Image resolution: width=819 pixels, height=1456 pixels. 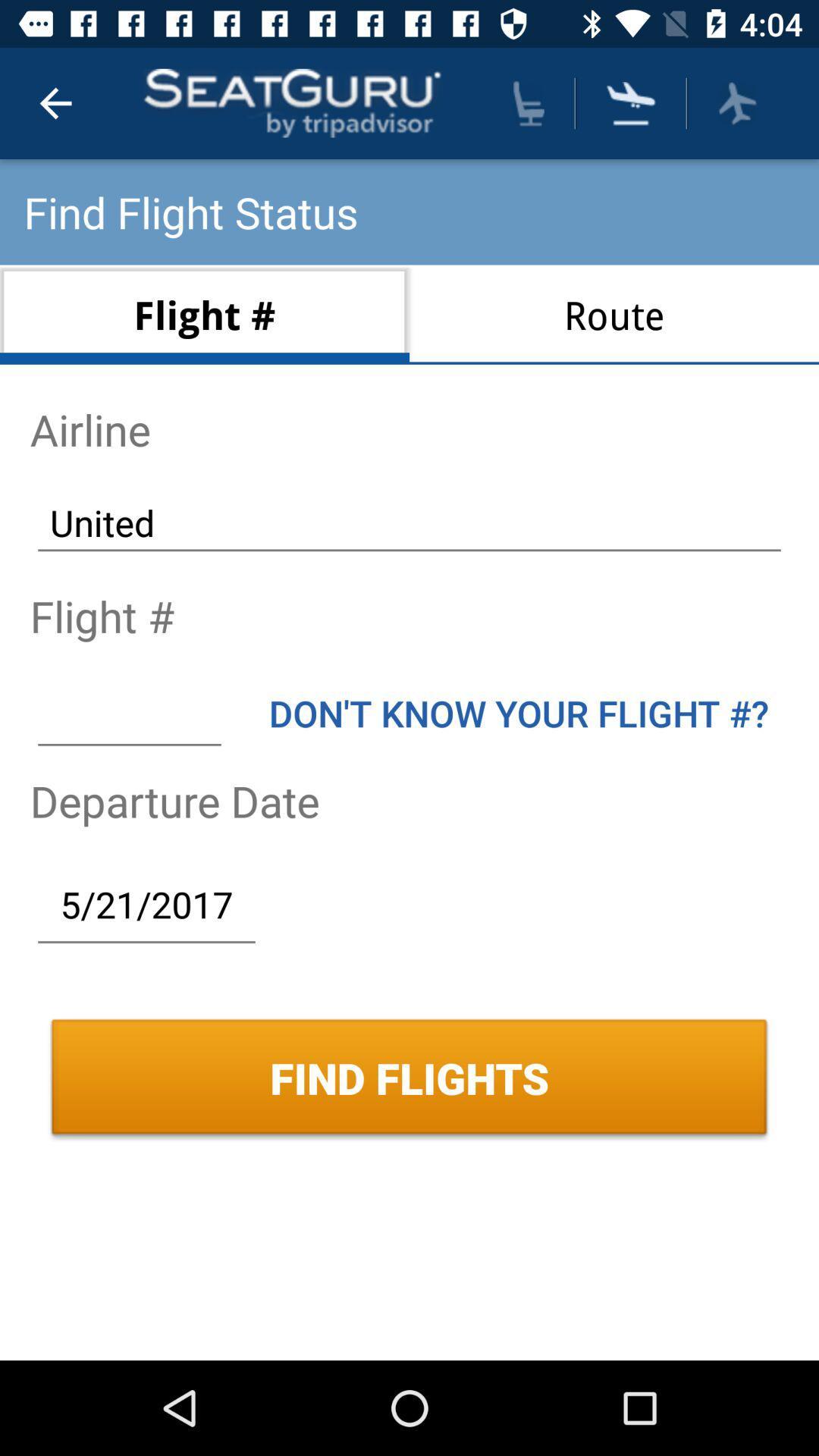 What do you see at coordinates (146, 904) in the screenshot?
I see `5/21/2017` at bounding box center [146, 904].